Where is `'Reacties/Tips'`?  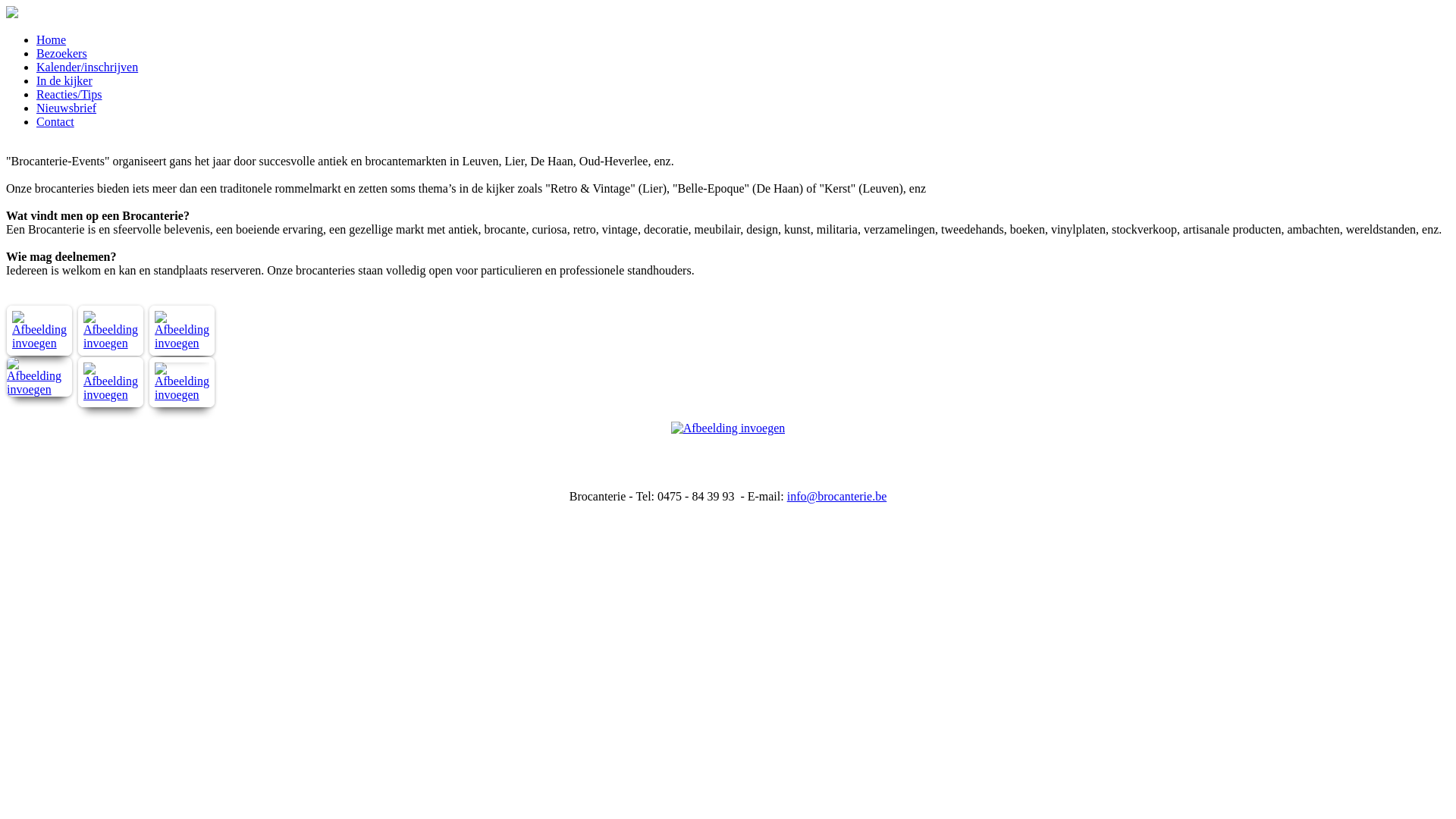
'Reacties/Tips' is located at coordinates (68, 94).